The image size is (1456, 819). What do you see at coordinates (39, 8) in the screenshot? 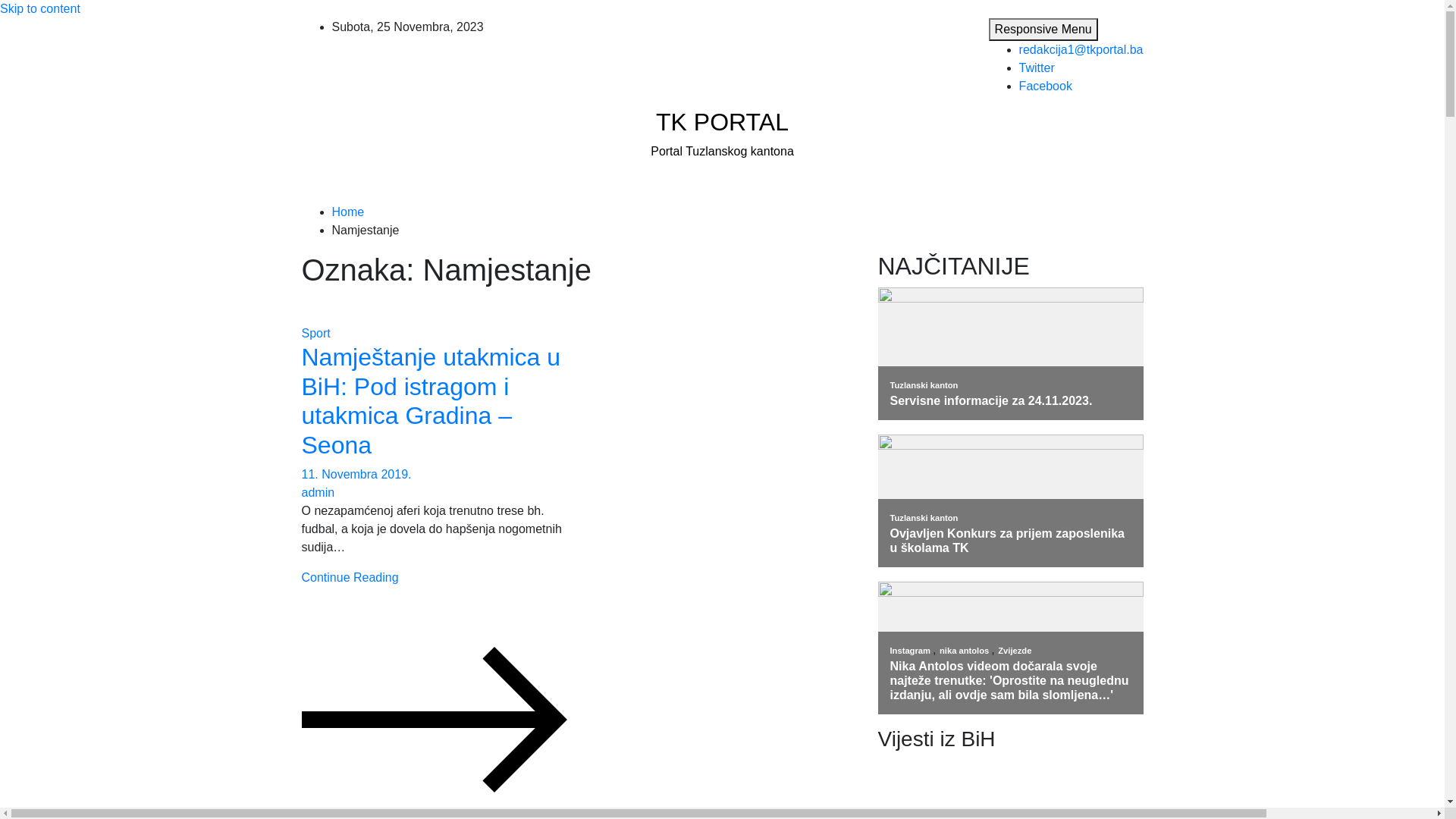
I see `'Skip to content'` at bounding box center [39, 8].